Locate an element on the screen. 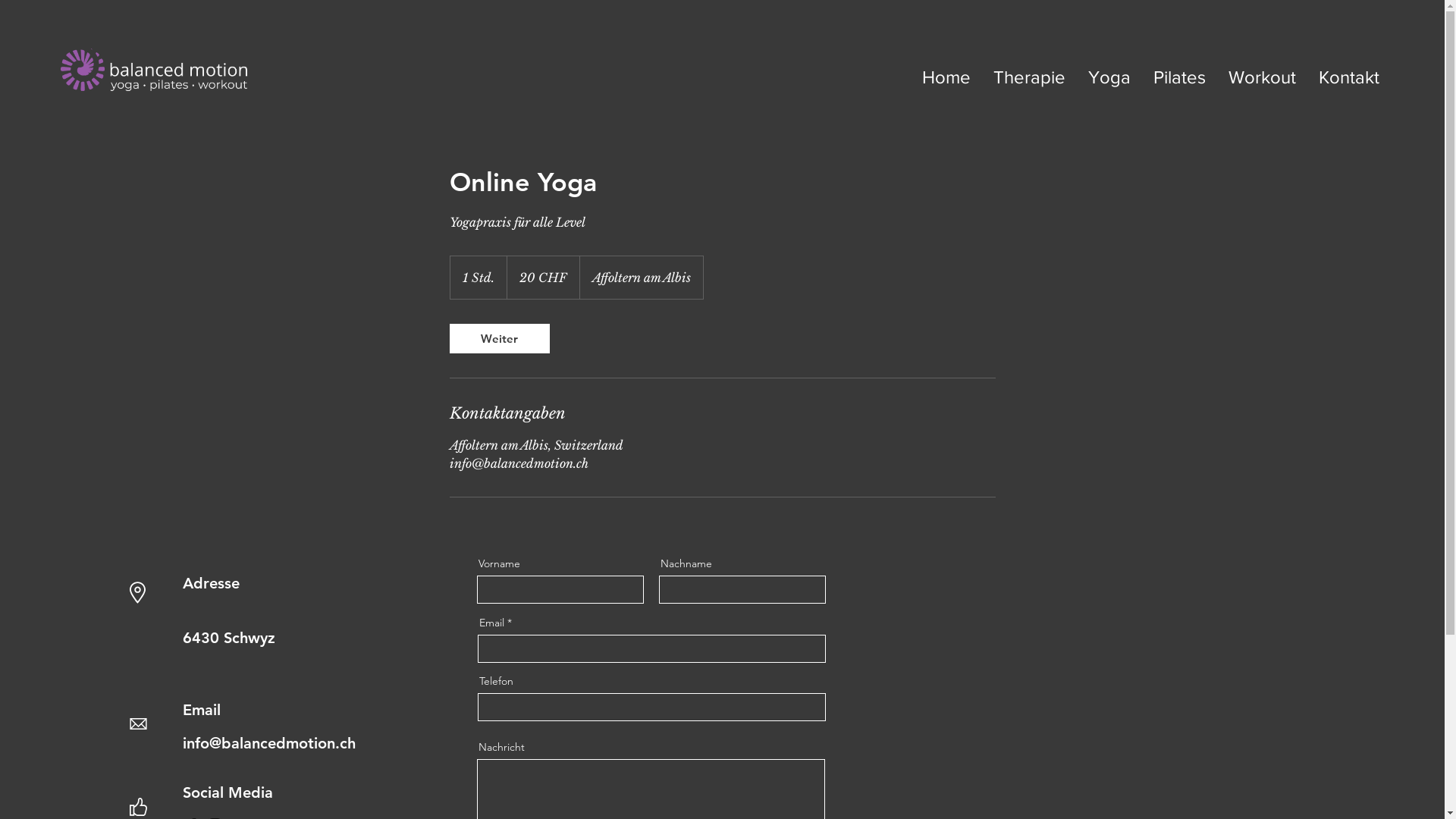 Image resolution: width=1456 pixels, height=819 pixels. 'Homepage' is located at coordinates (153, 70).